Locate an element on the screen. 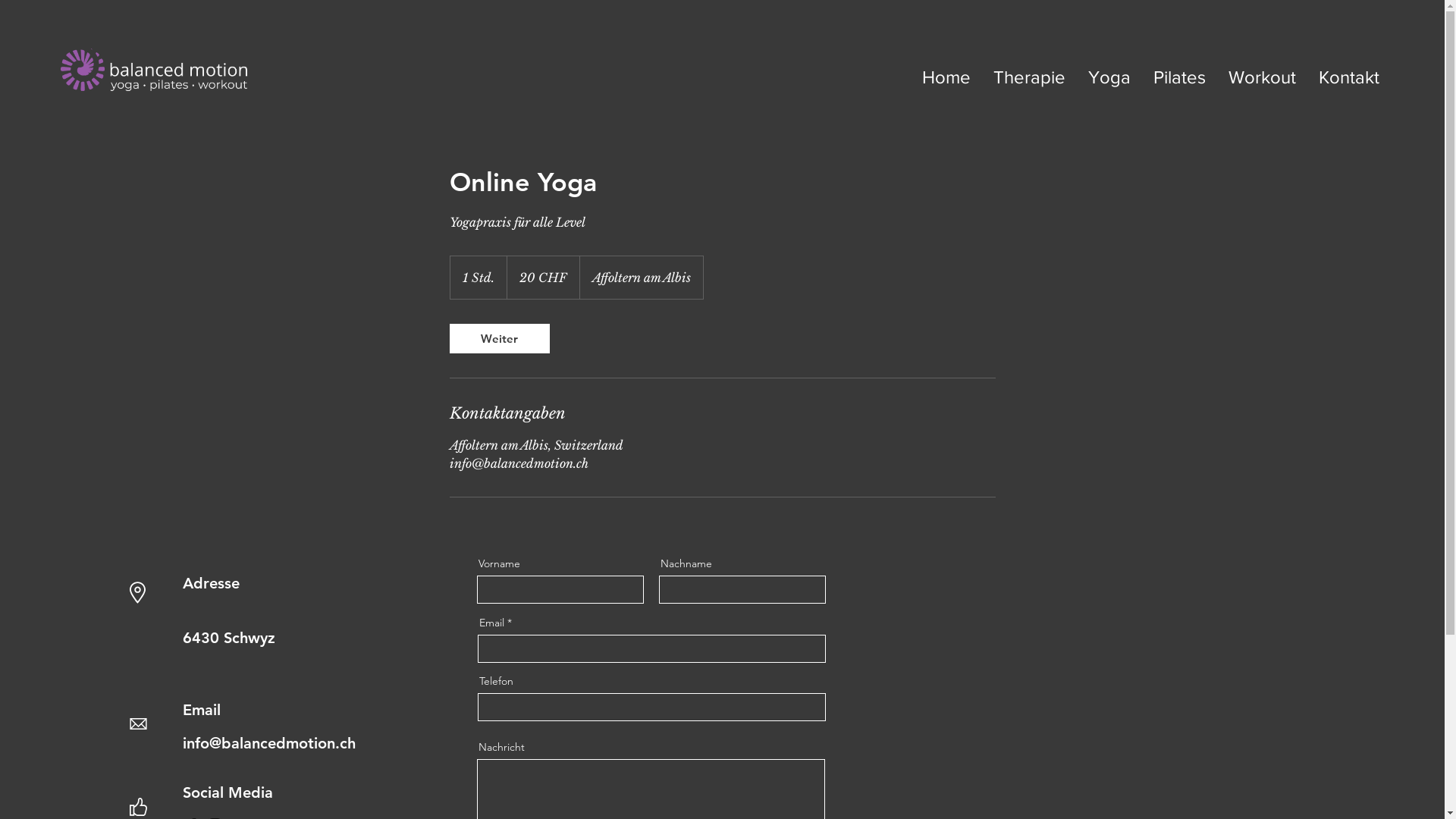 Image resolution: width=1456 pixels, height=819 pixels. 'Homepage' is located at coordinates (153, 70).